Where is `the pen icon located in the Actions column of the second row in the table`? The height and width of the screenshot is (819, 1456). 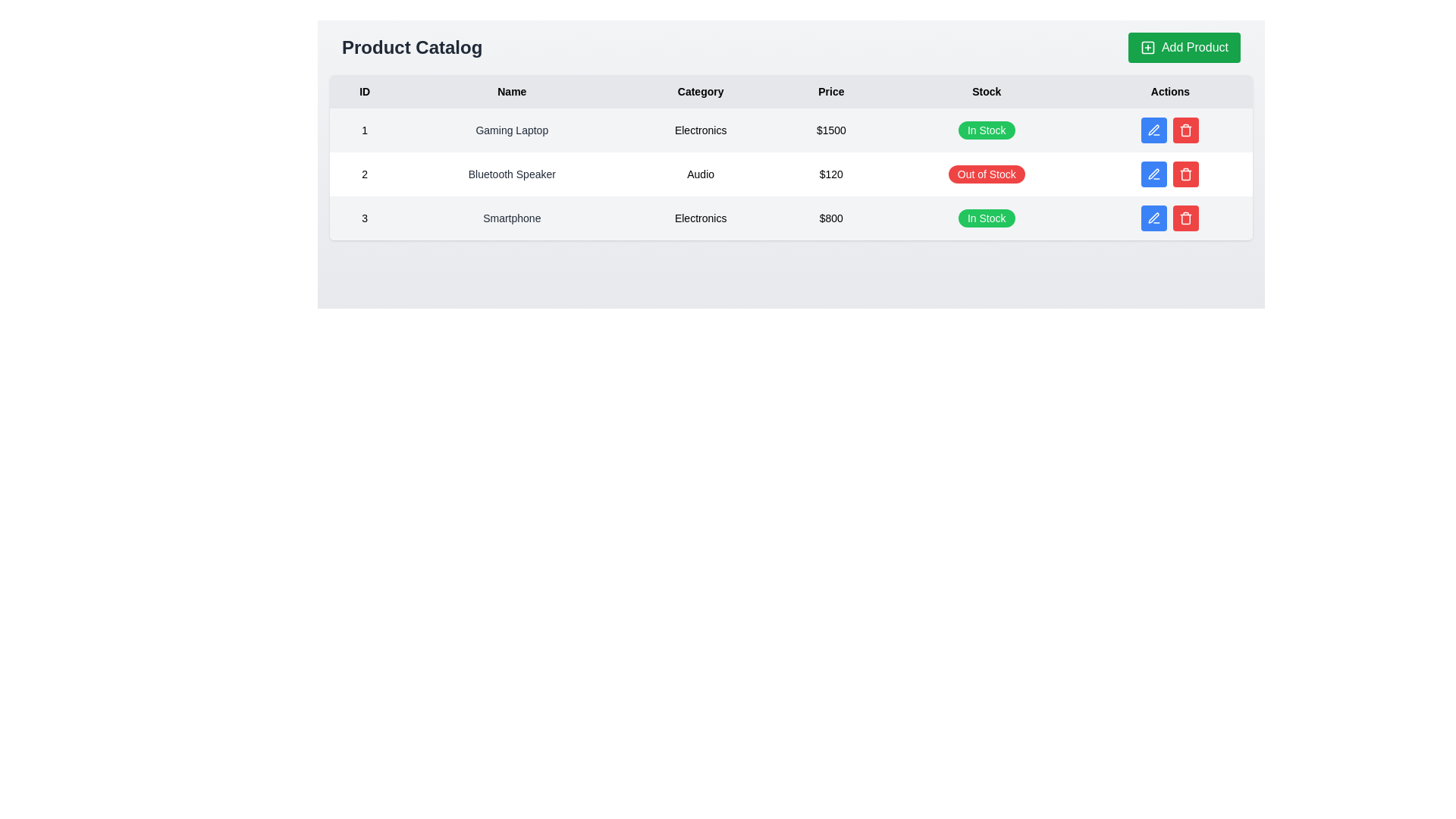 the pen icon located in the Actions column of the second row in the table is located at coordinates (1153, 128).